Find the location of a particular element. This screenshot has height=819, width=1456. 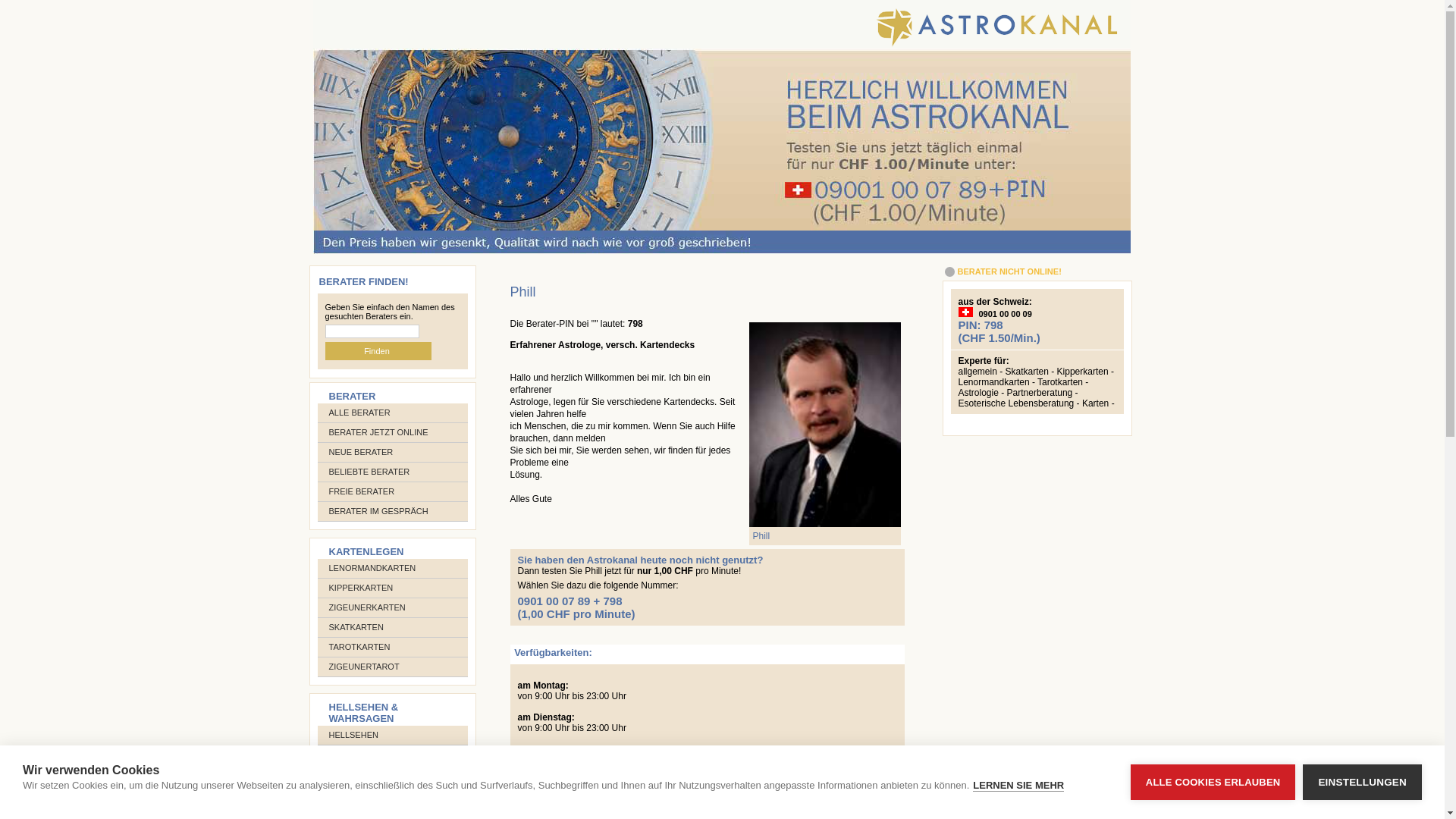

'ALLE COOKIES ERLAUBEN' is located at coordinates (1212, 782).